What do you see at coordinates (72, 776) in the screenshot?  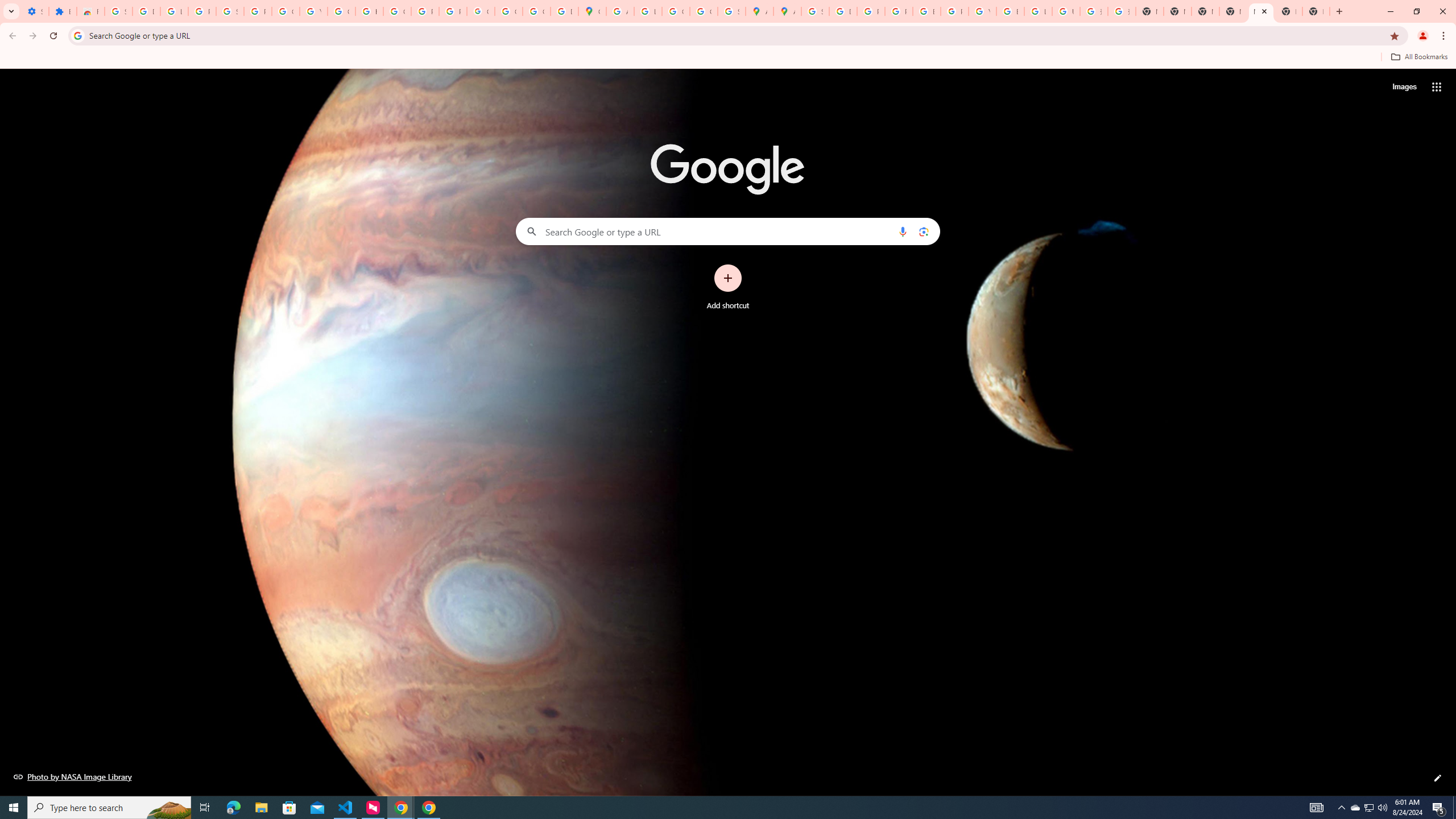 I see `'Photo by NASA Image Library'` at bounding box center [72, 776].